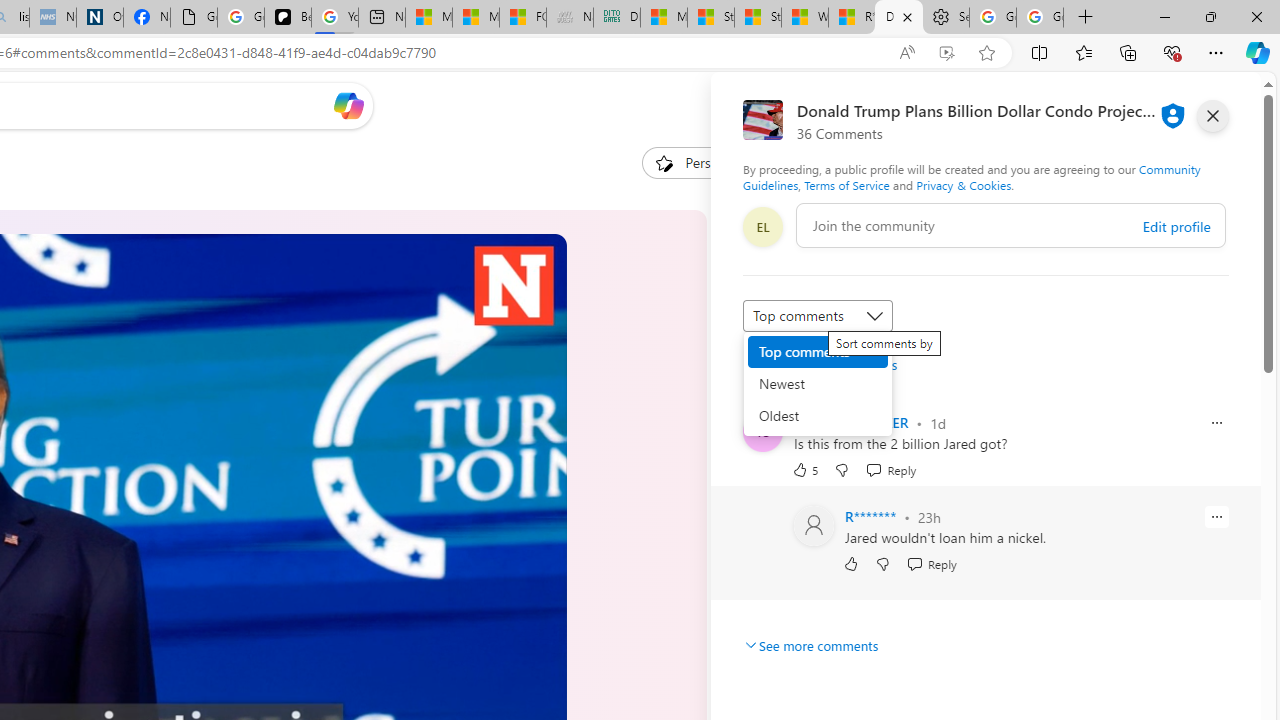 This screenshot has width=1280, height=720. Describe the element at coordinates (1176, 225) in the screenshot. I see `'Edit profile'` at that location.